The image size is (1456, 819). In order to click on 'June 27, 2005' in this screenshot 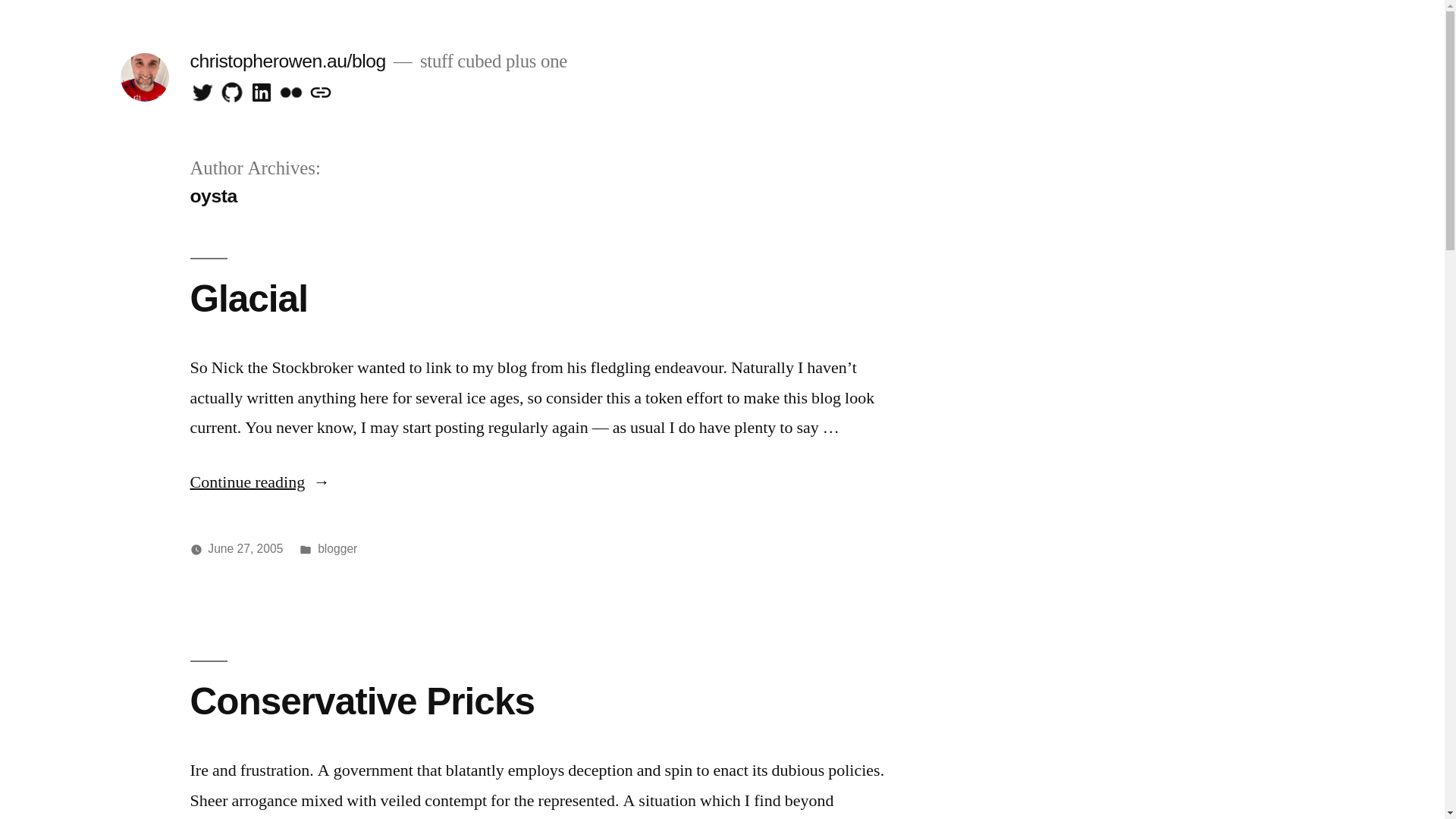, I will do `click(245, 548)`.